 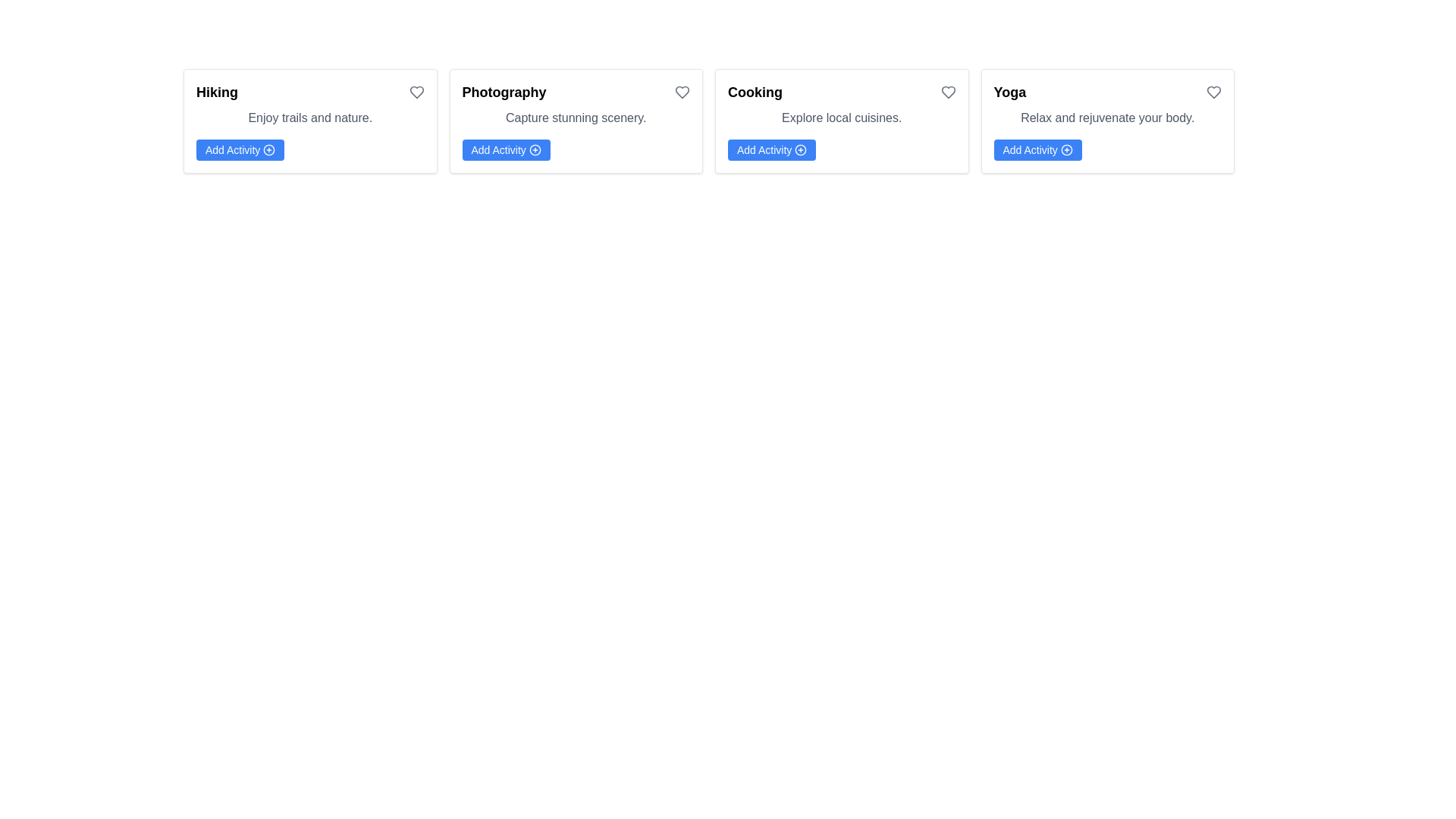 What do you see at coordinates (1214, 93) in the screenshot?
I see `the heart-shaped icon in the top-right corner of the 'Yoga' card` at bounding box center [1214, 93].